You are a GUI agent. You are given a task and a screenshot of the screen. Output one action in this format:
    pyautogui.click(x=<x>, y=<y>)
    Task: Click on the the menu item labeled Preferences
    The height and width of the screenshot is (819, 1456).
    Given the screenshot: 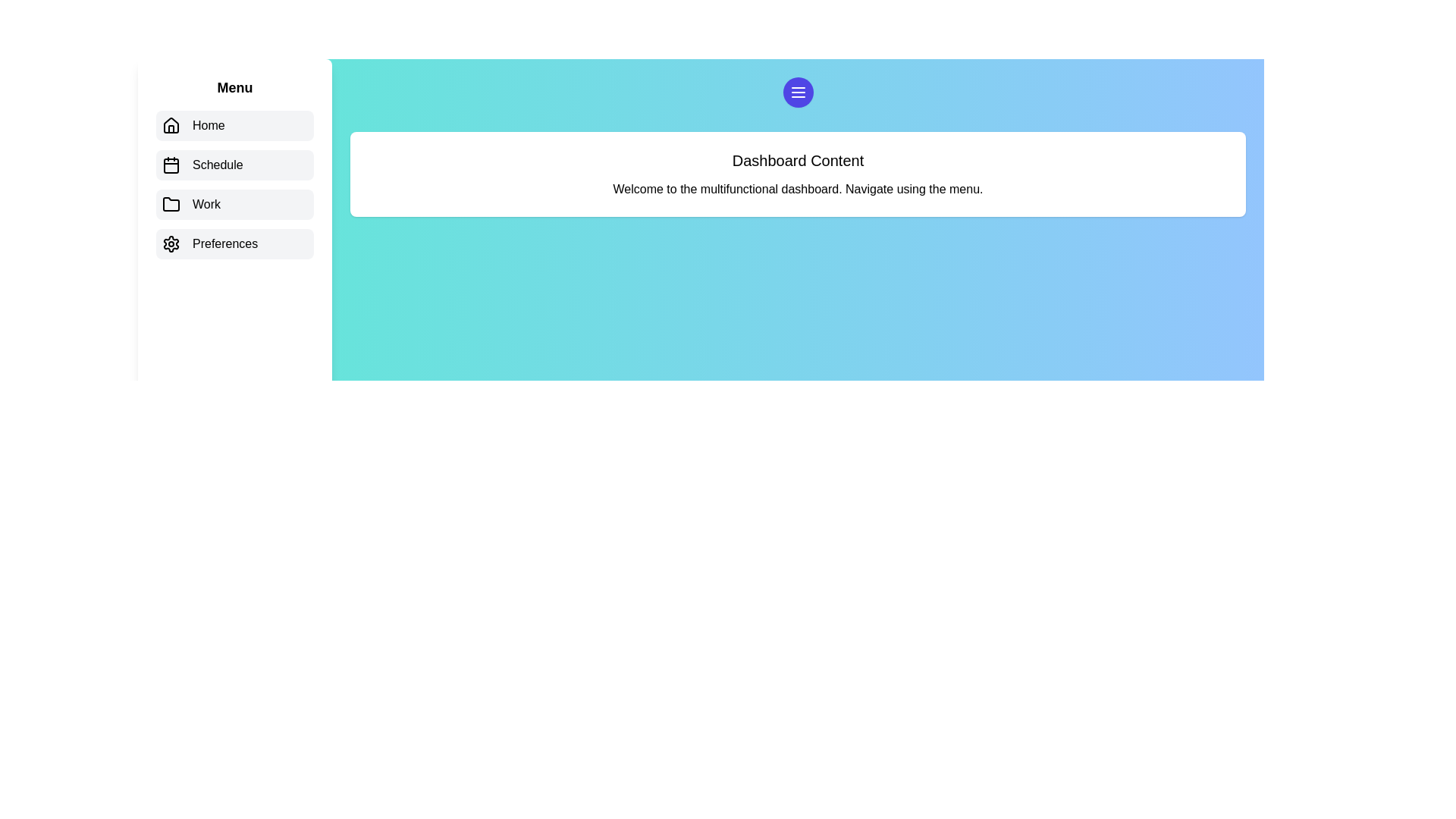 What is the action you would take?
    pyautogui.click(x=234, y=243)
    